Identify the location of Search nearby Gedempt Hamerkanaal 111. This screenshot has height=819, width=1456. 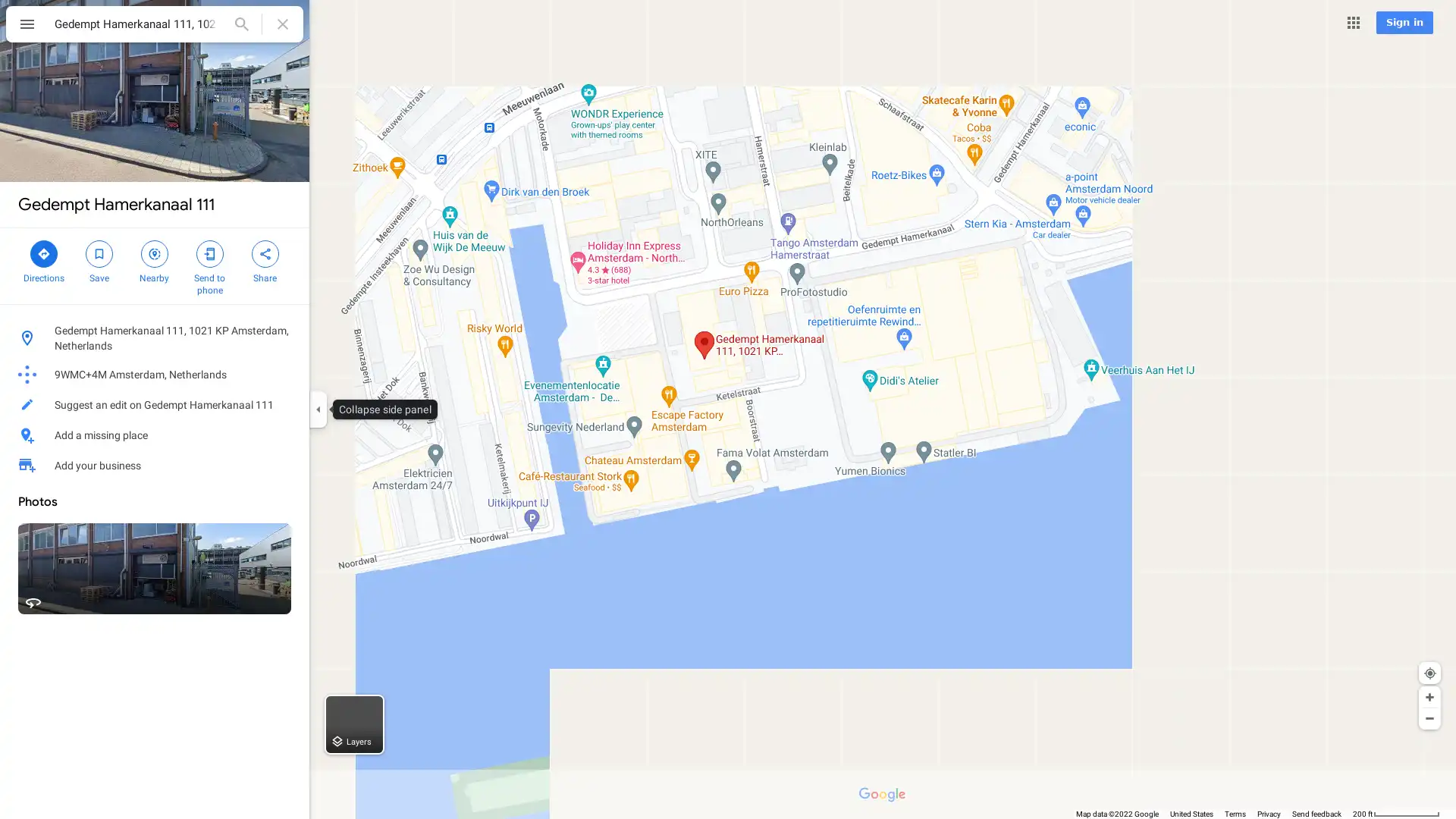
(154, 259).